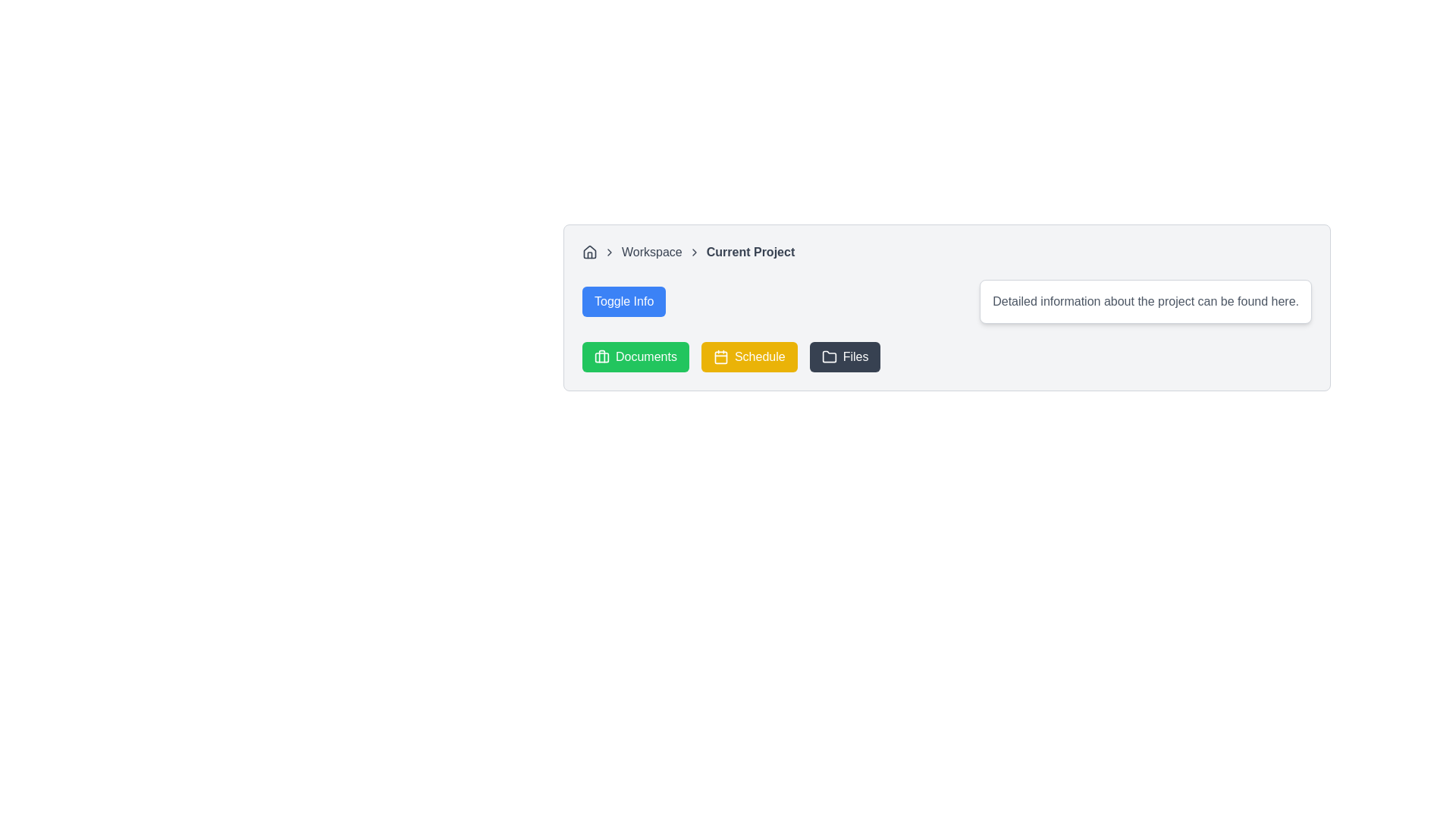  I want to click on the folder icon located to the left of the 'Files' button in the bottom-right corner of the interface, so click(828, 356).